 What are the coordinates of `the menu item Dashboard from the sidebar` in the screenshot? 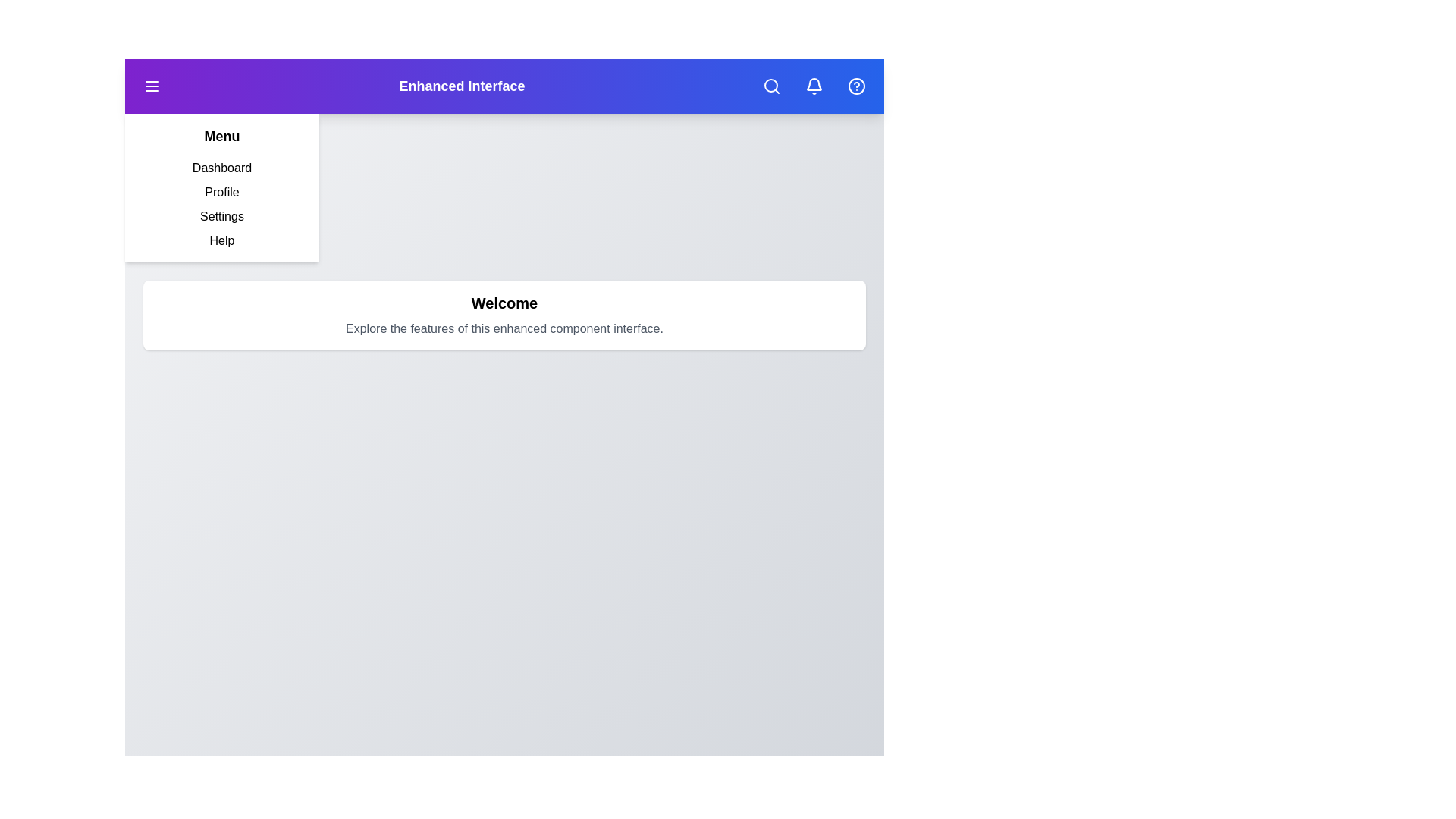 It's located at (221, 168).